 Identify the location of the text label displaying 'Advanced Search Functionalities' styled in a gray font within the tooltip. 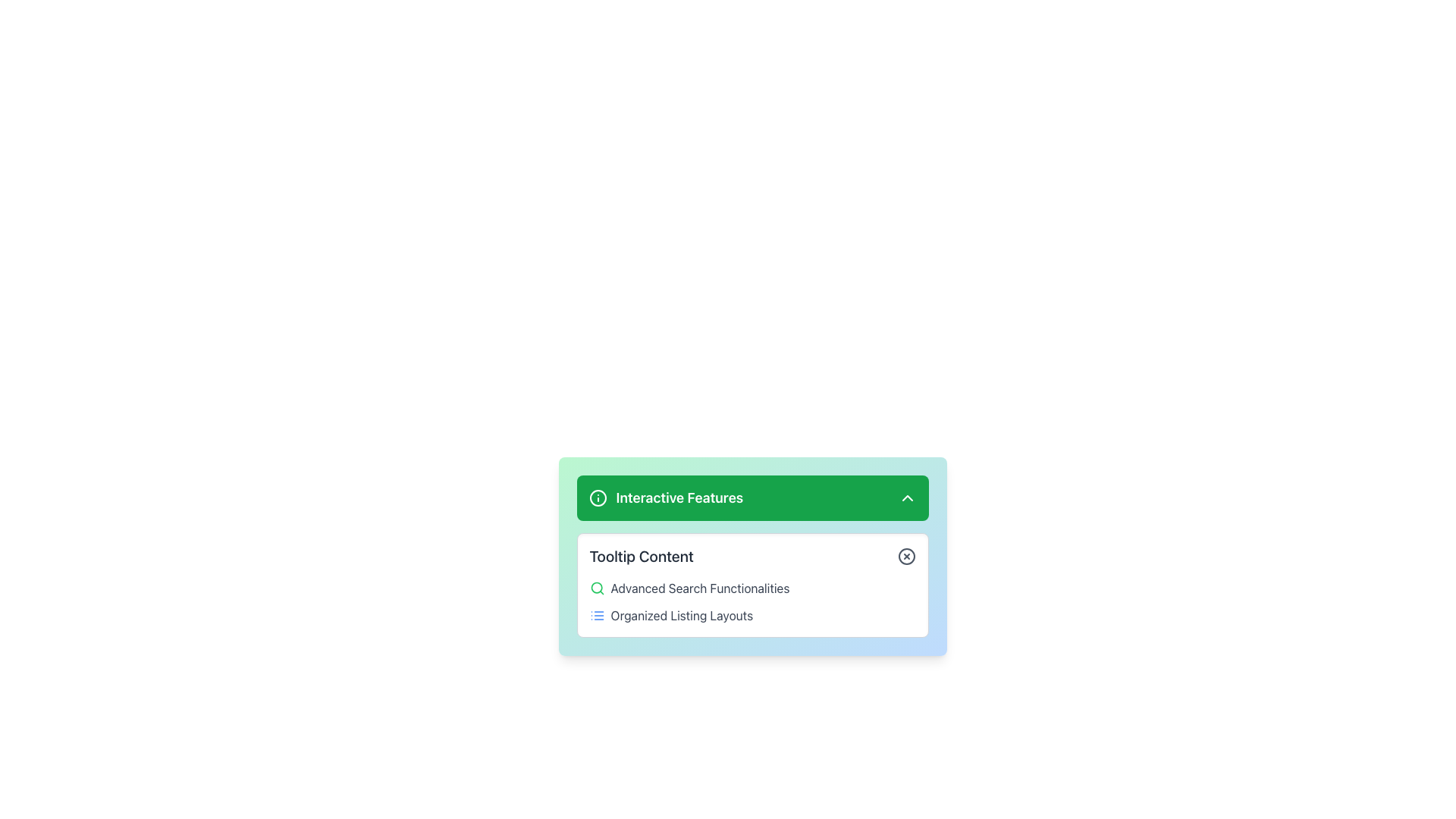
(699, 587).